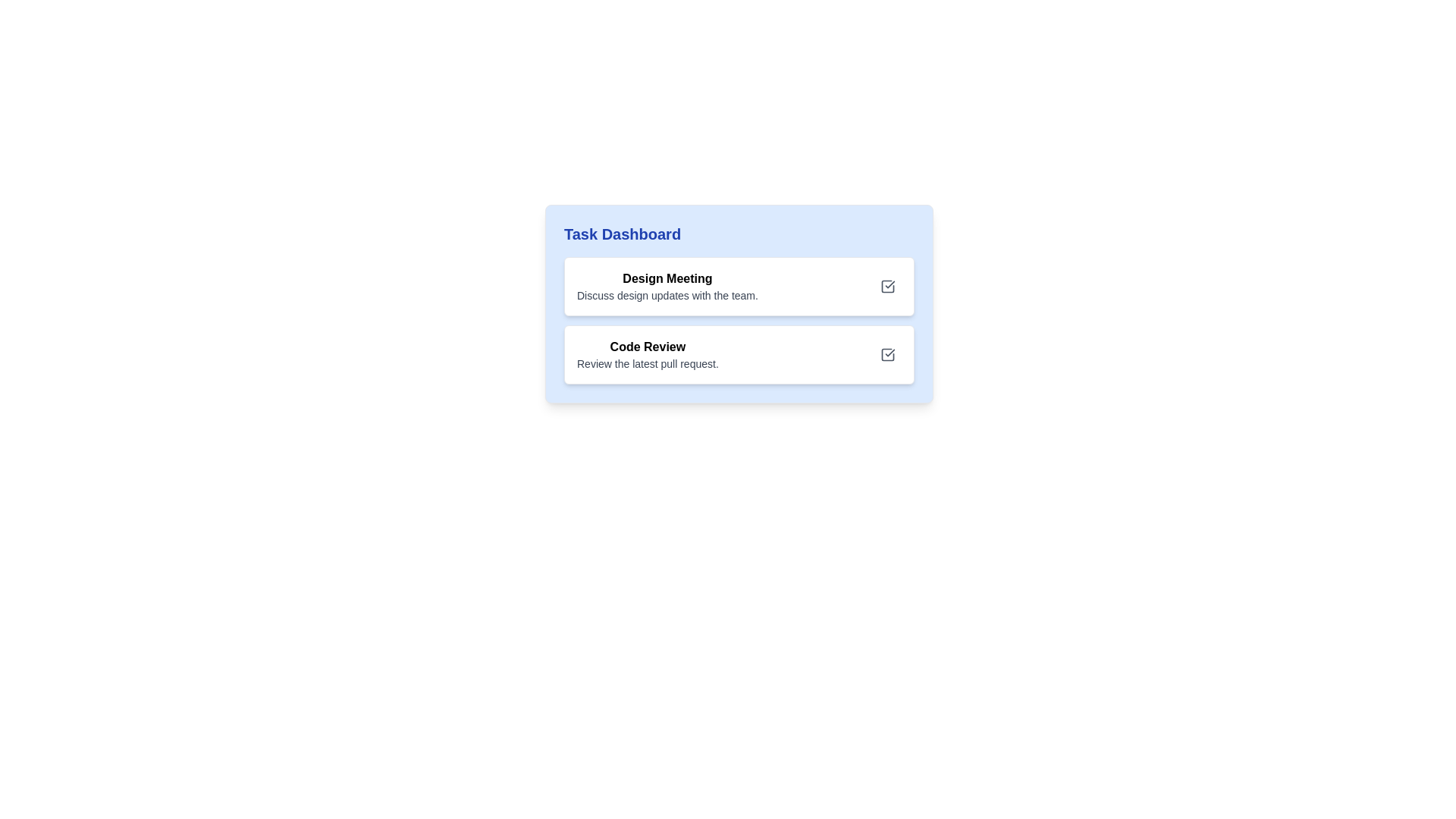 The height and width of the screenshot is (819, 1456). I want to click on task description of the 'Design Meeting' task card, which is the first card in the 'Task Dashboard' with a light blue background, so click(739, 287).